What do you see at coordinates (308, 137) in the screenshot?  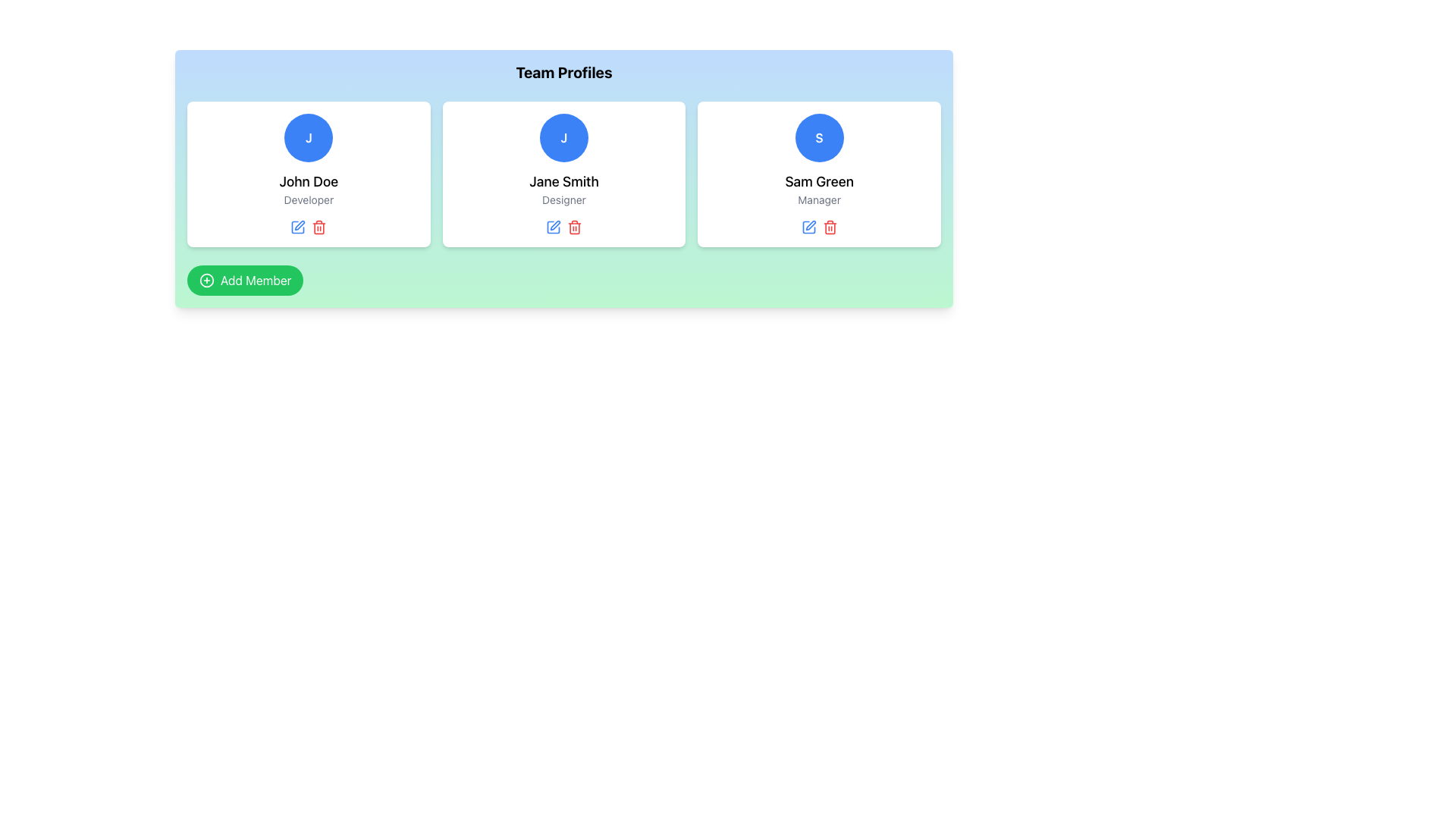 I see `the circular avatar with a blue background and white text, located at the top center of the 'John Doe - Developer' card in the 'Team Profiles' section` at bounding box center [308, 137].